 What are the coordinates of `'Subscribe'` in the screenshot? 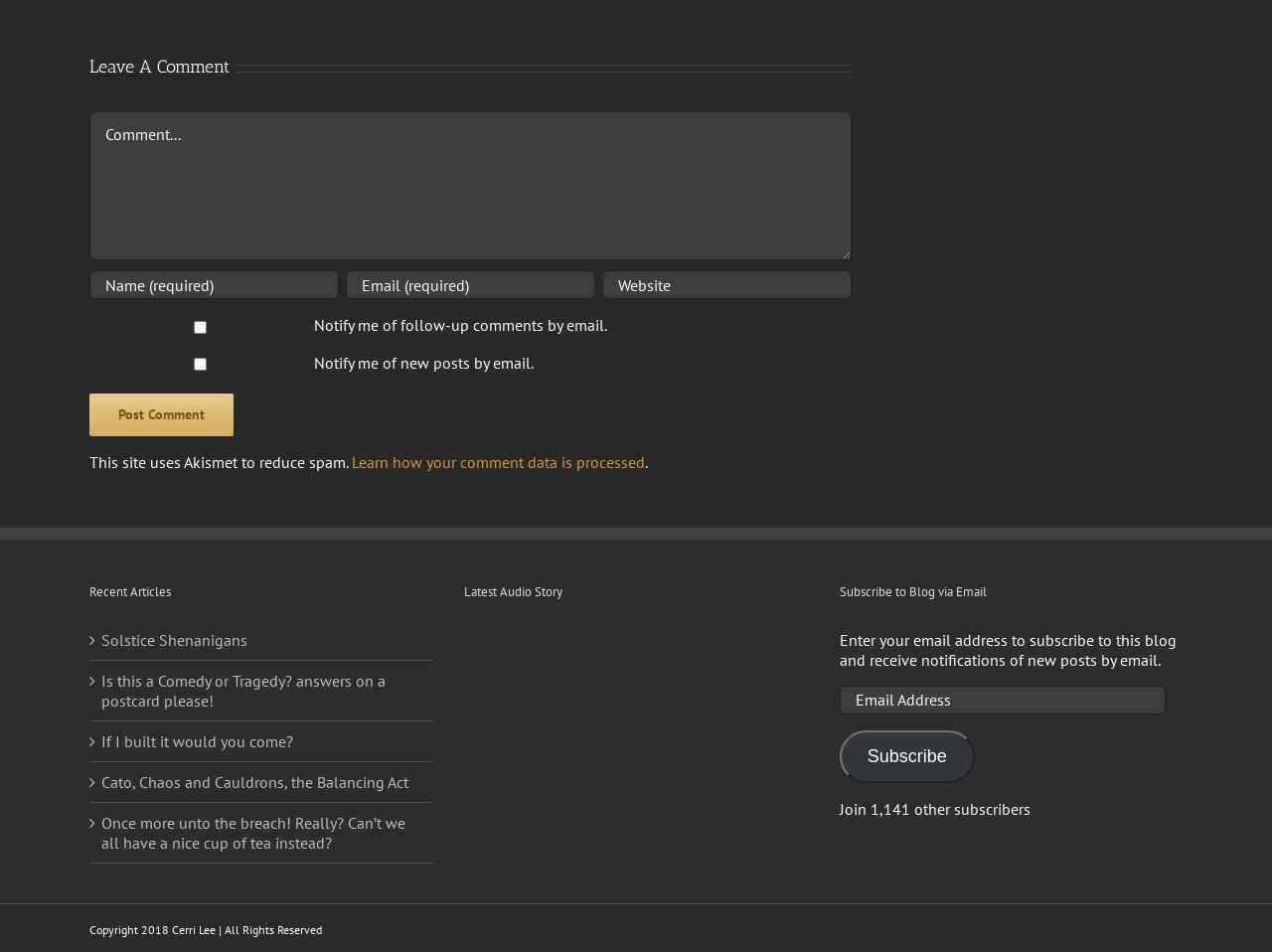 It's located at (905, 754).